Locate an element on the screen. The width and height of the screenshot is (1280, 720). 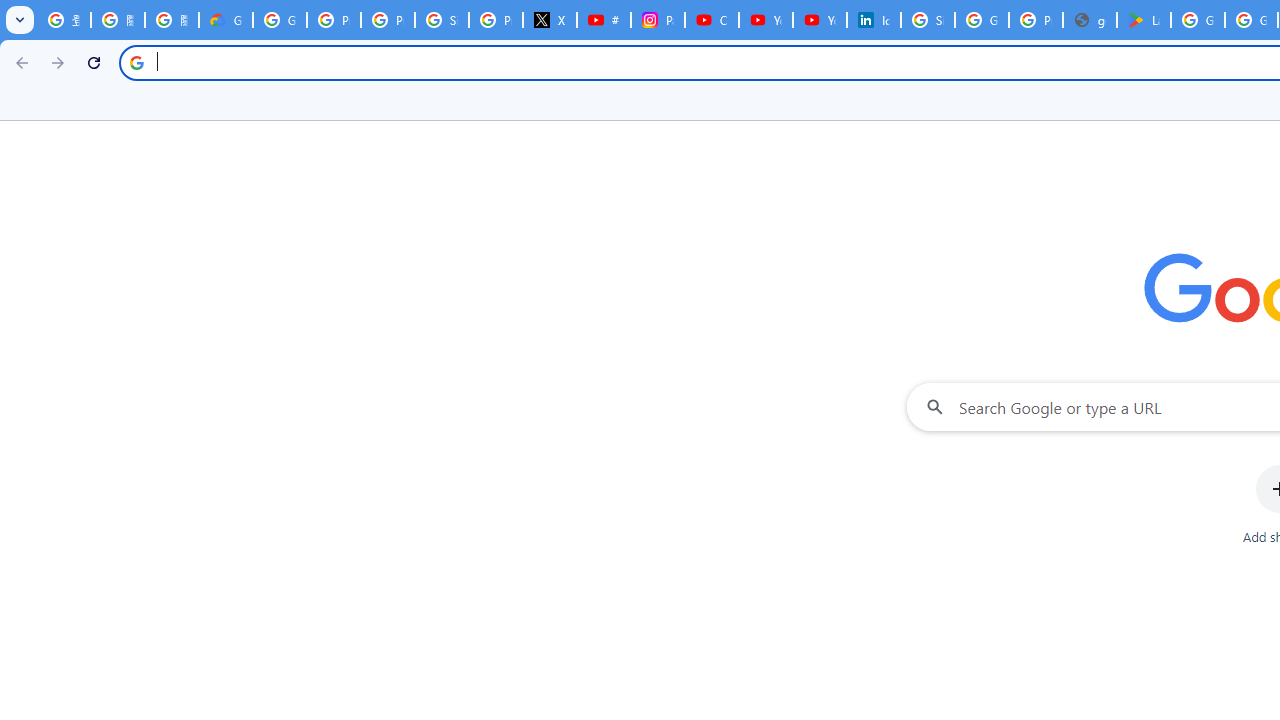
'Sign in - Google Accounts' is located at coordinates (927, 20).